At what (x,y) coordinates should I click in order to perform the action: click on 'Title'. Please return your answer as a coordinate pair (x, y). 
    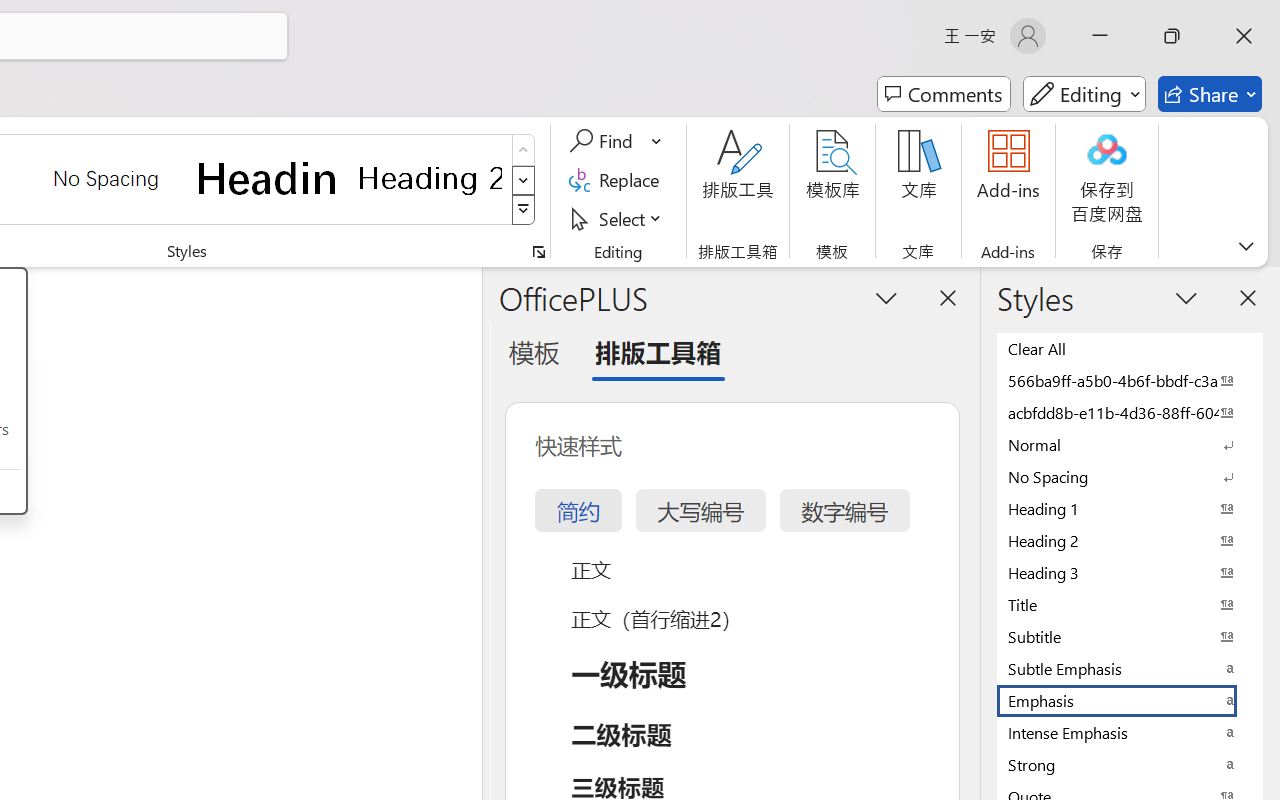
    Looking at the image, I should click on (1130, 604).